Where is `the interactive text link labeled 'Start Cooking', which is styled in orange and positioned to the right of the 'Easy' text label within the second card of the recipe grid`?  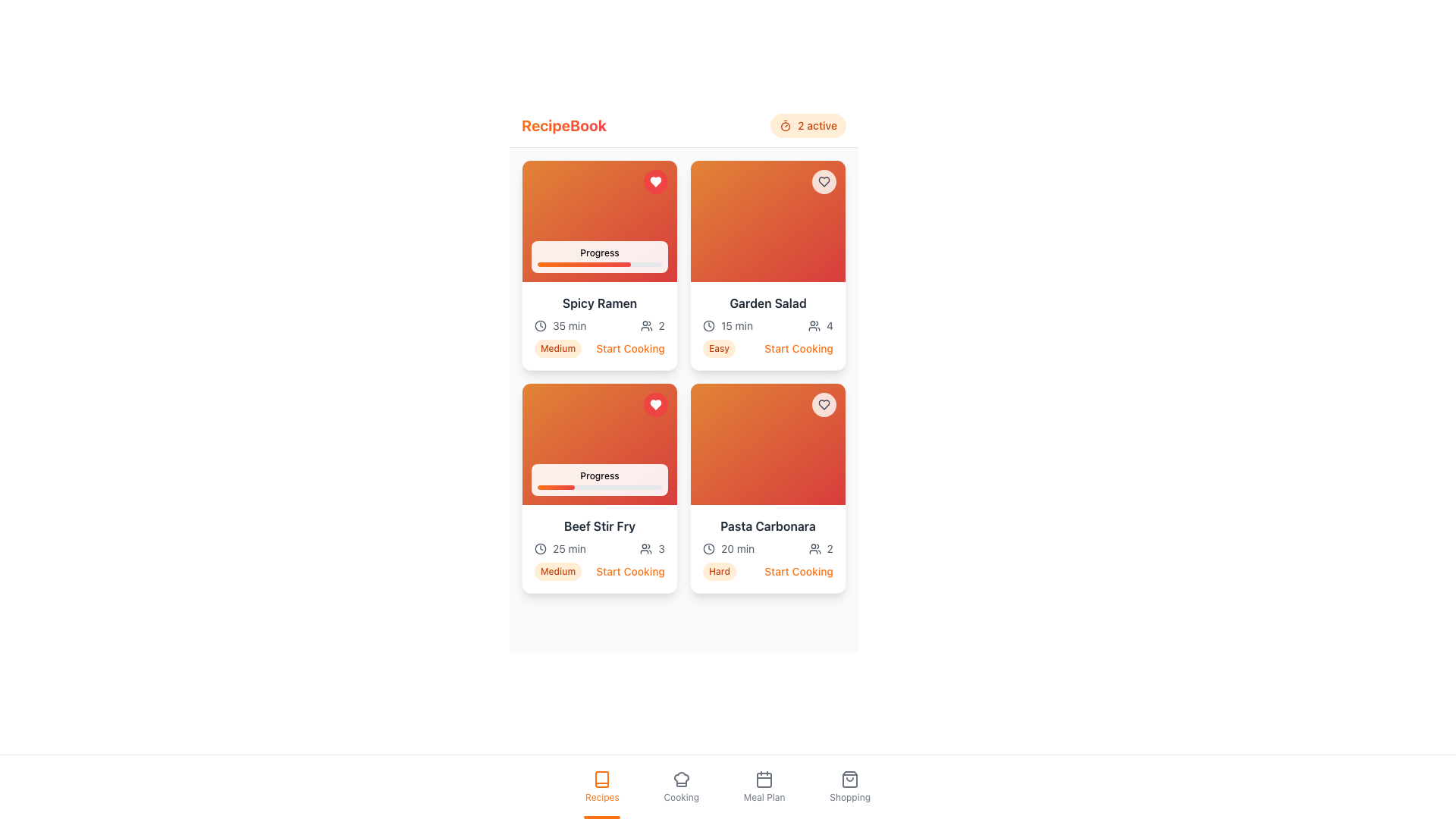
the interactive text link labeled 'Start Cooking', which is styled in orange and positioned to the right of the 'Easy' text label within the second card of the recipe grid is located at coordinates (798, 348).